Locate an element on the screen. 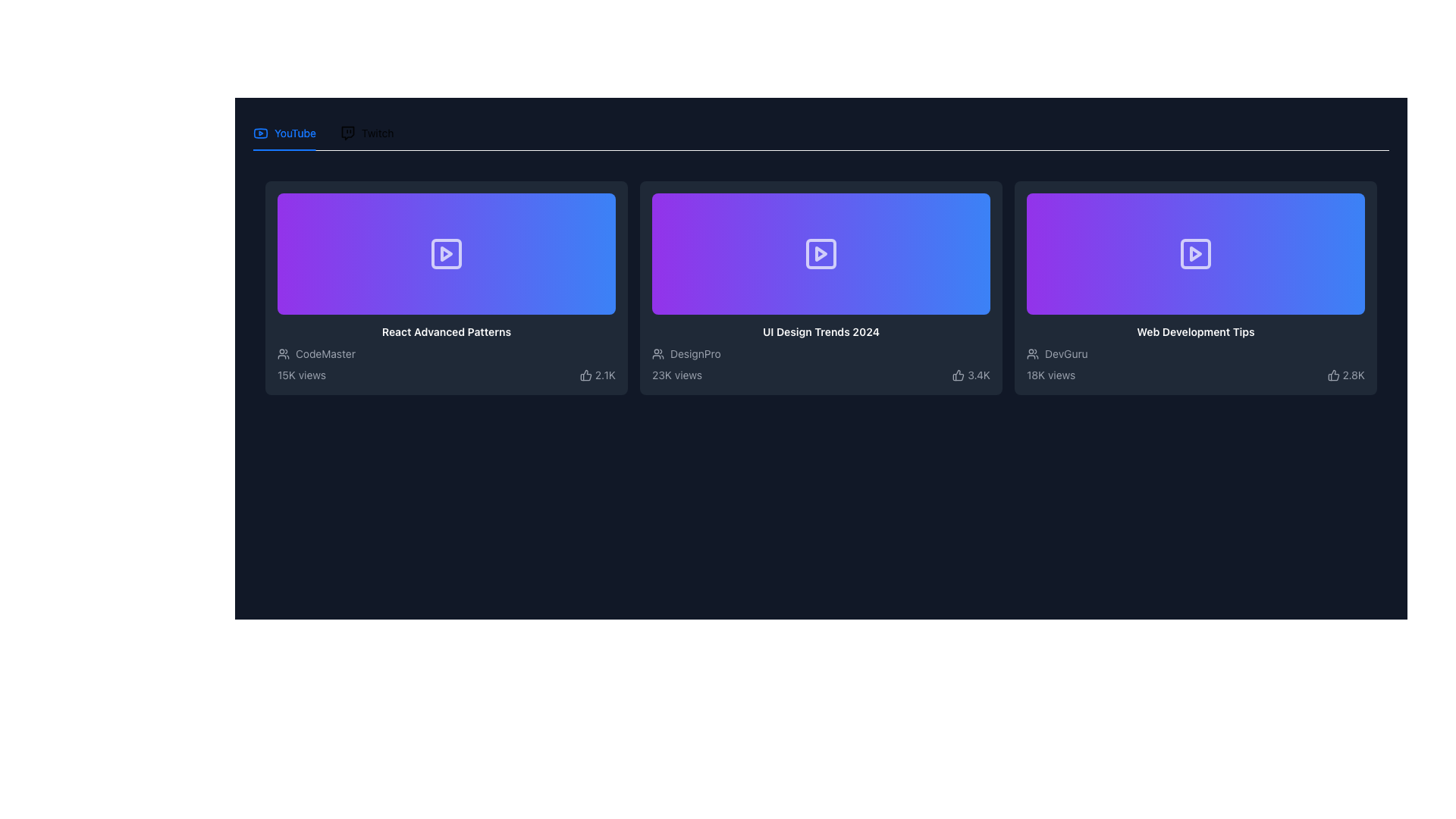  the play video icon located in the top-left video card of the interface, specifically within the 'React Advanced Patterns' card is located at coordinates (446, 253).